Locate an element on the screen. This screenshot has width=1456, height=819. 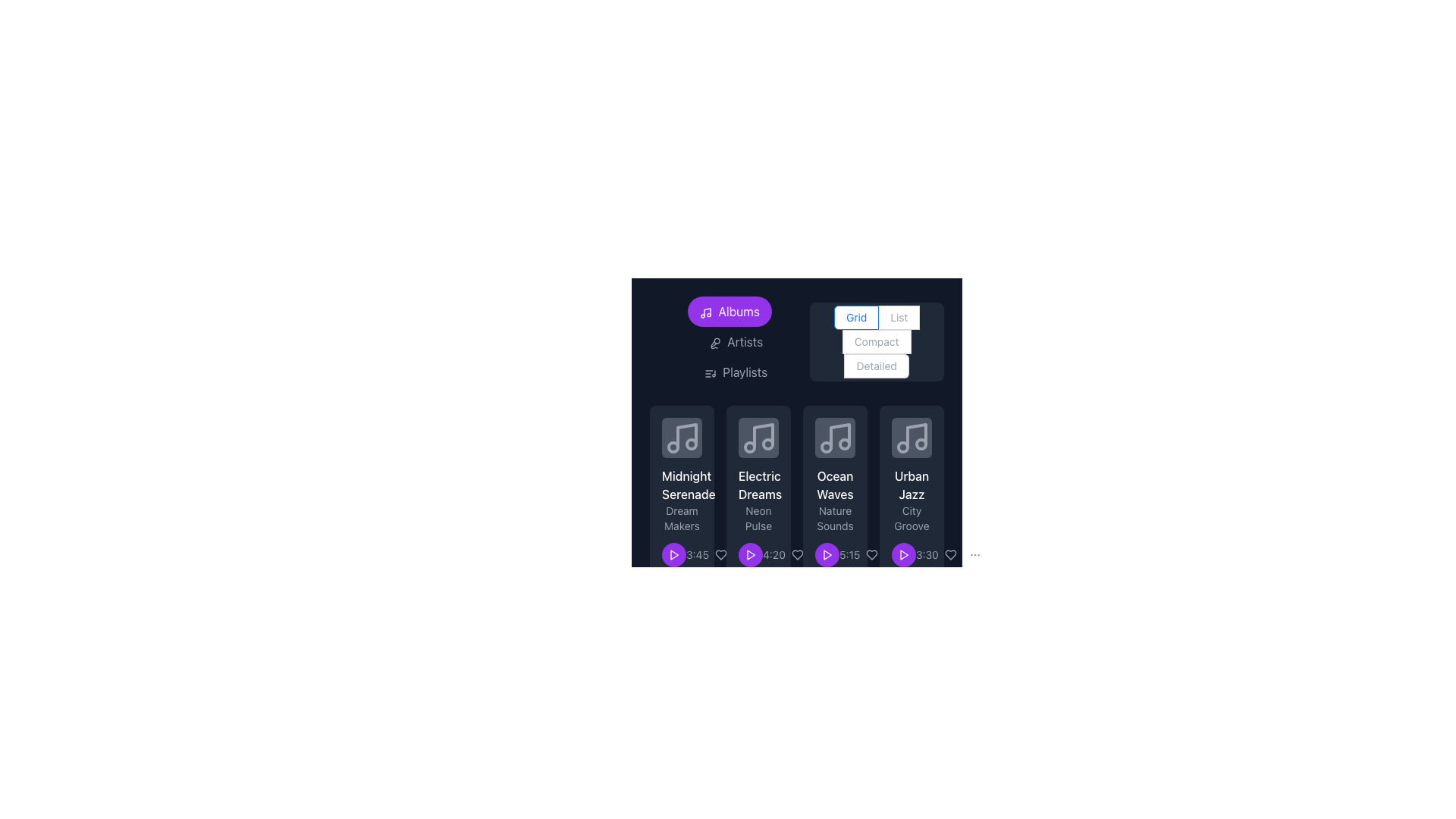
the play icon triangle embedded in the button with a purple circular background, located below the second album thumbnail titled 'Electric Dreams' is located at coordinates (751, 555).